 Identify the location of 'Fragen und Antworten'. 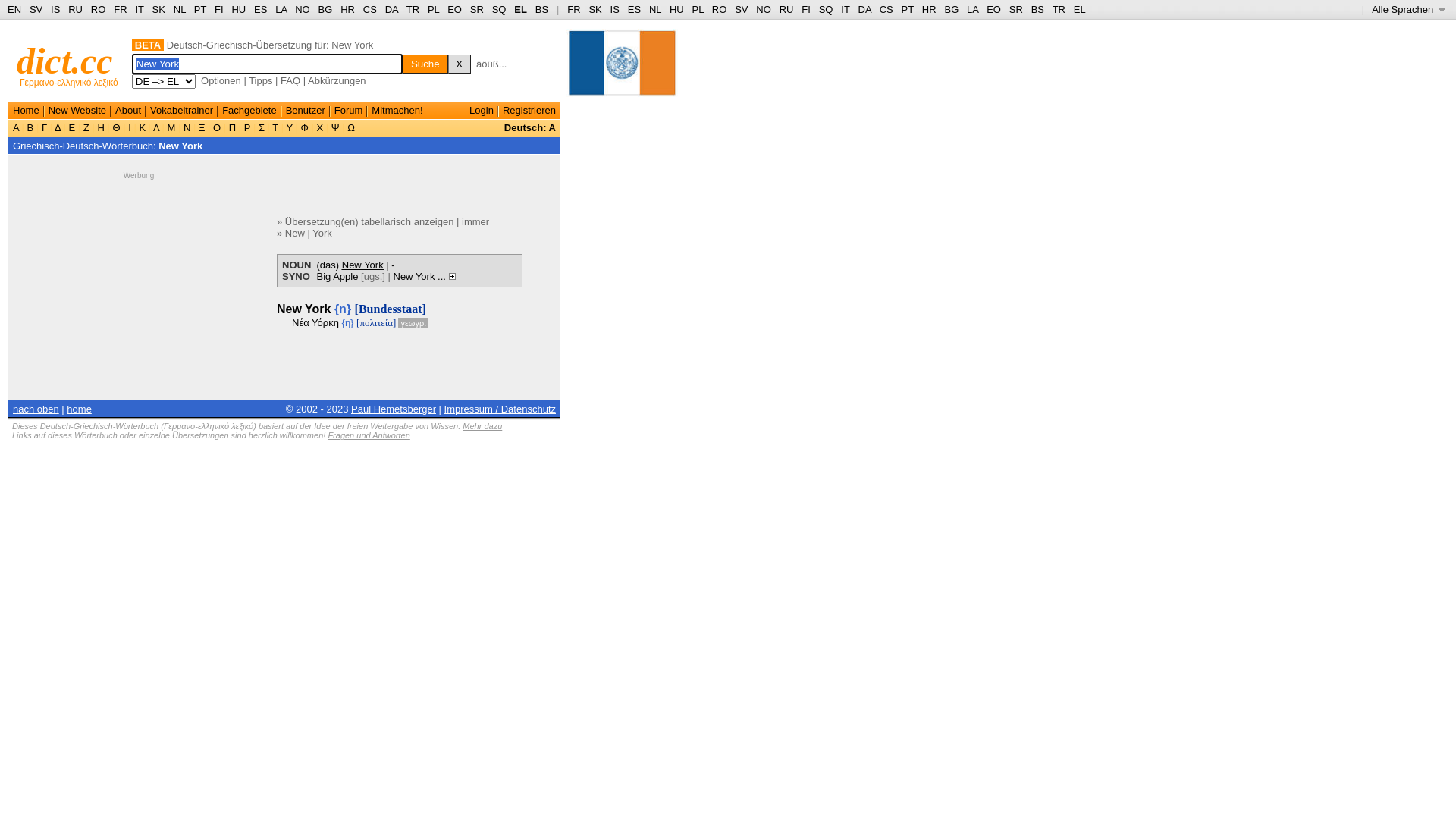
(368, 435).